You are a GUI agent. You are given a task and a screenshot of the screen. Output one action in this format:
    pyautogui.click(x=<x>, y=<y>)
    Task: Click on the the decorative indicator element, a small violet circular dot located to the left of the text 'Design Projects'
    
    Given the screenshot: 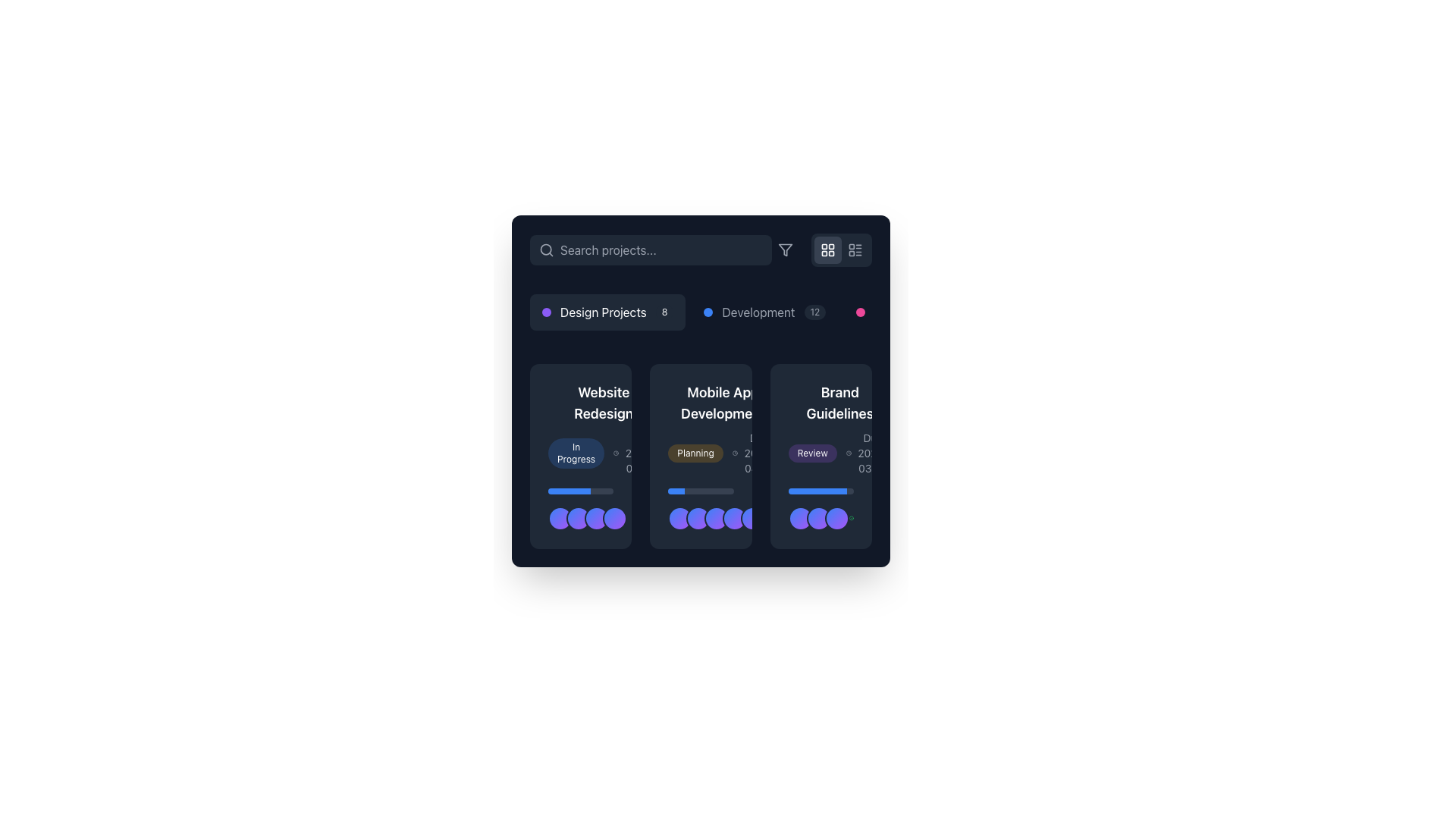 What is the action you would take?
    pyautogui.click(x=546, y=312)
    